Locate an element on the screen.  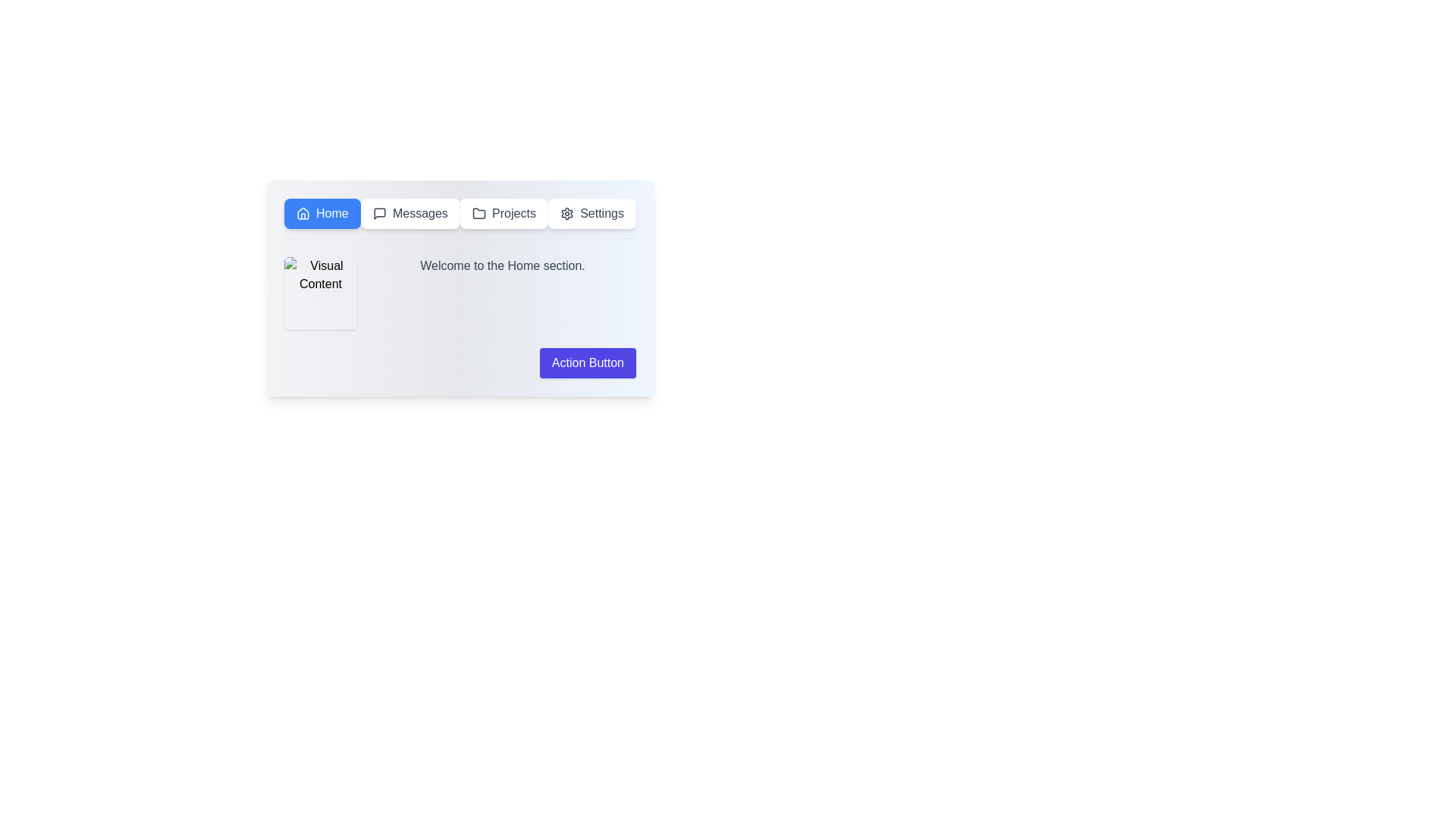
the speech bubble icon representing messages or comments in the navigation bar is located at coordinates (379, 213).